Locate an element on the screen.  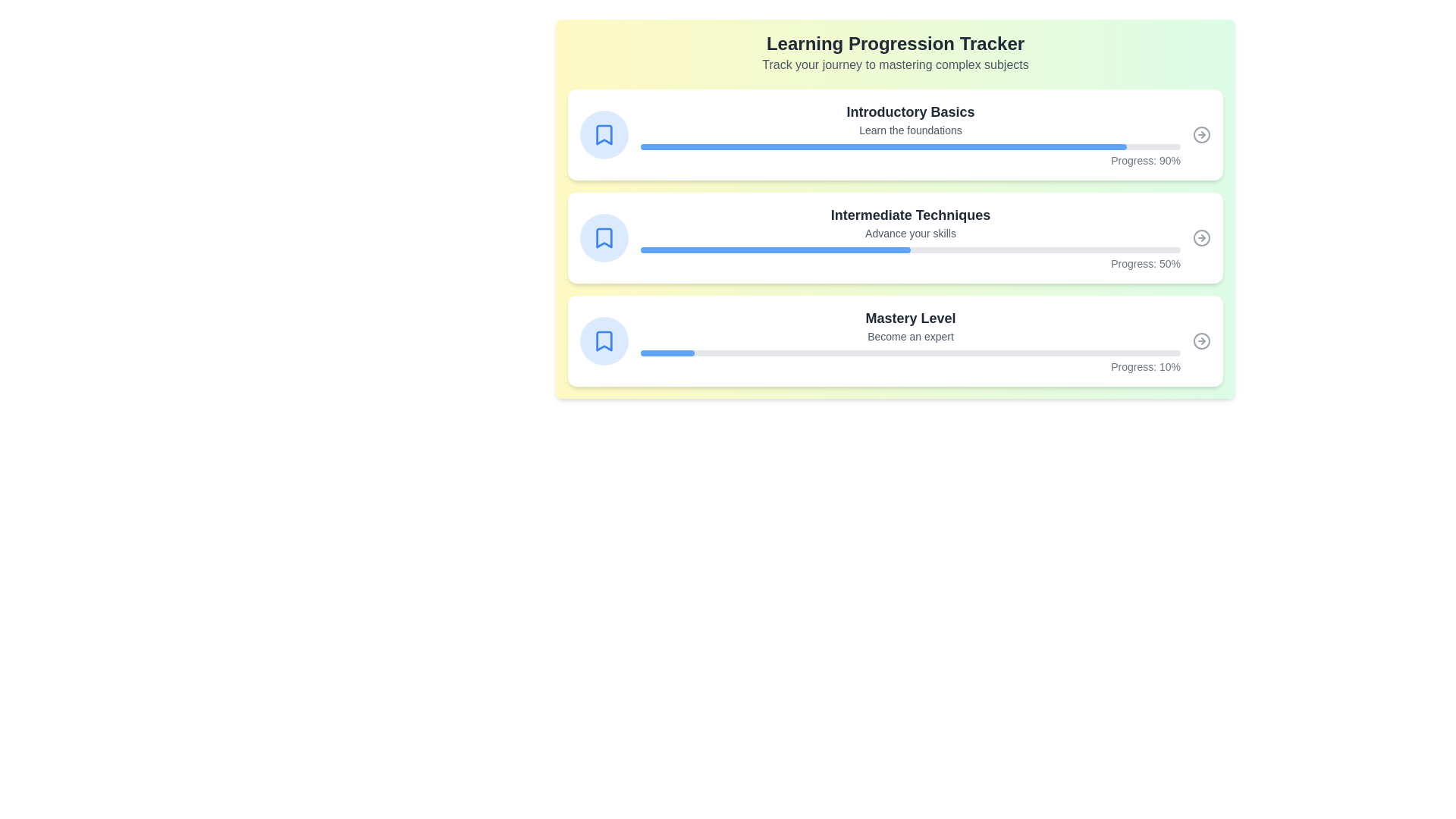
the icon element representing mastery level, which is the leftmost component inside the 'Mastery Level' card at the bottom of the progress cards list is located at coordinates (603, 341).